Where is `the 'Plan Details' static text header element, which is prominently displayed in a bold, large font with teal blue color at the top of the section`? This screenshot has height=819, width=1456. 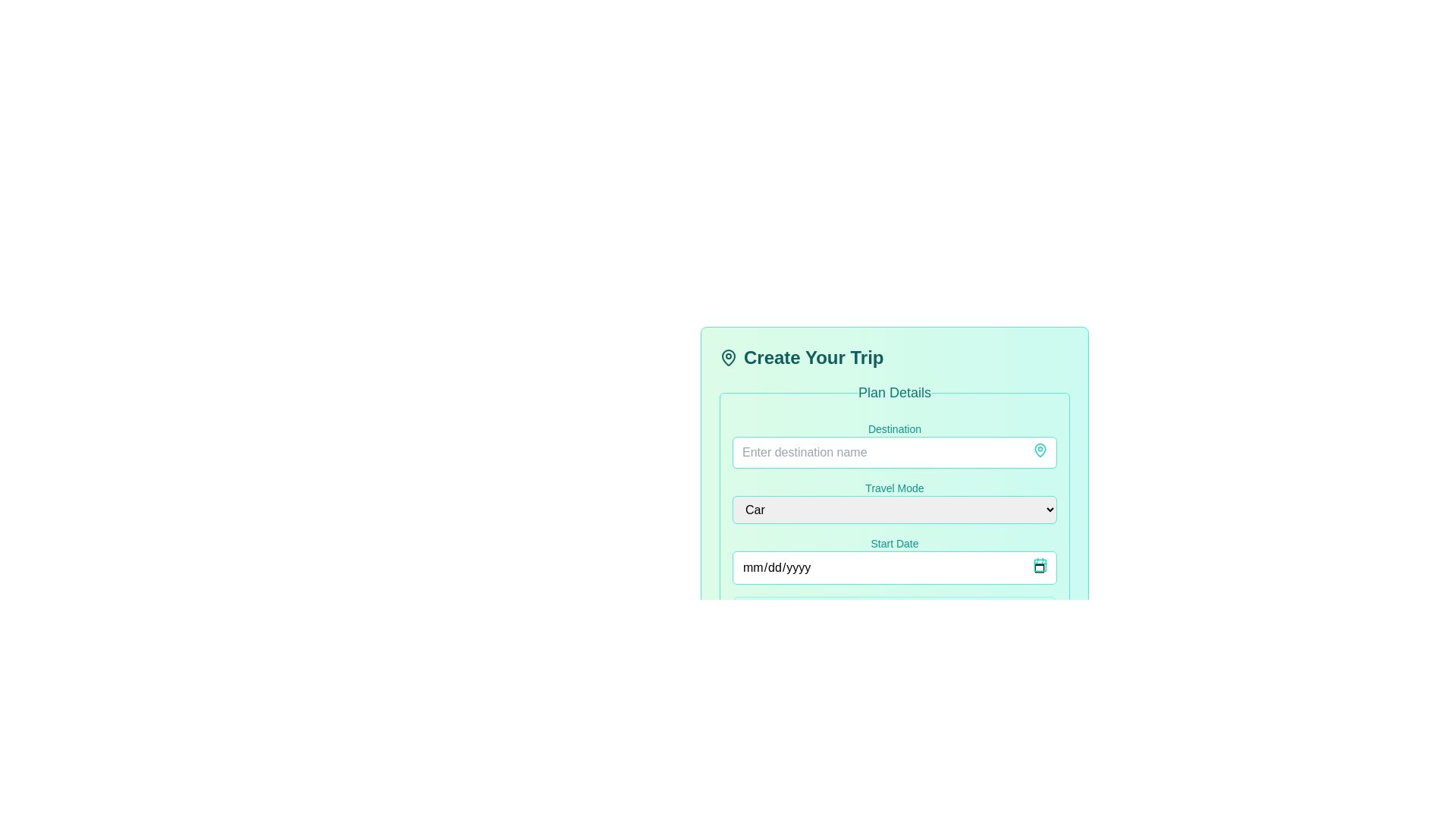 the 'Plan Details' static text header element, which is prominently displayed in a bold, large font with teal blue color at the top of the section is located at coordinates (895, 391).